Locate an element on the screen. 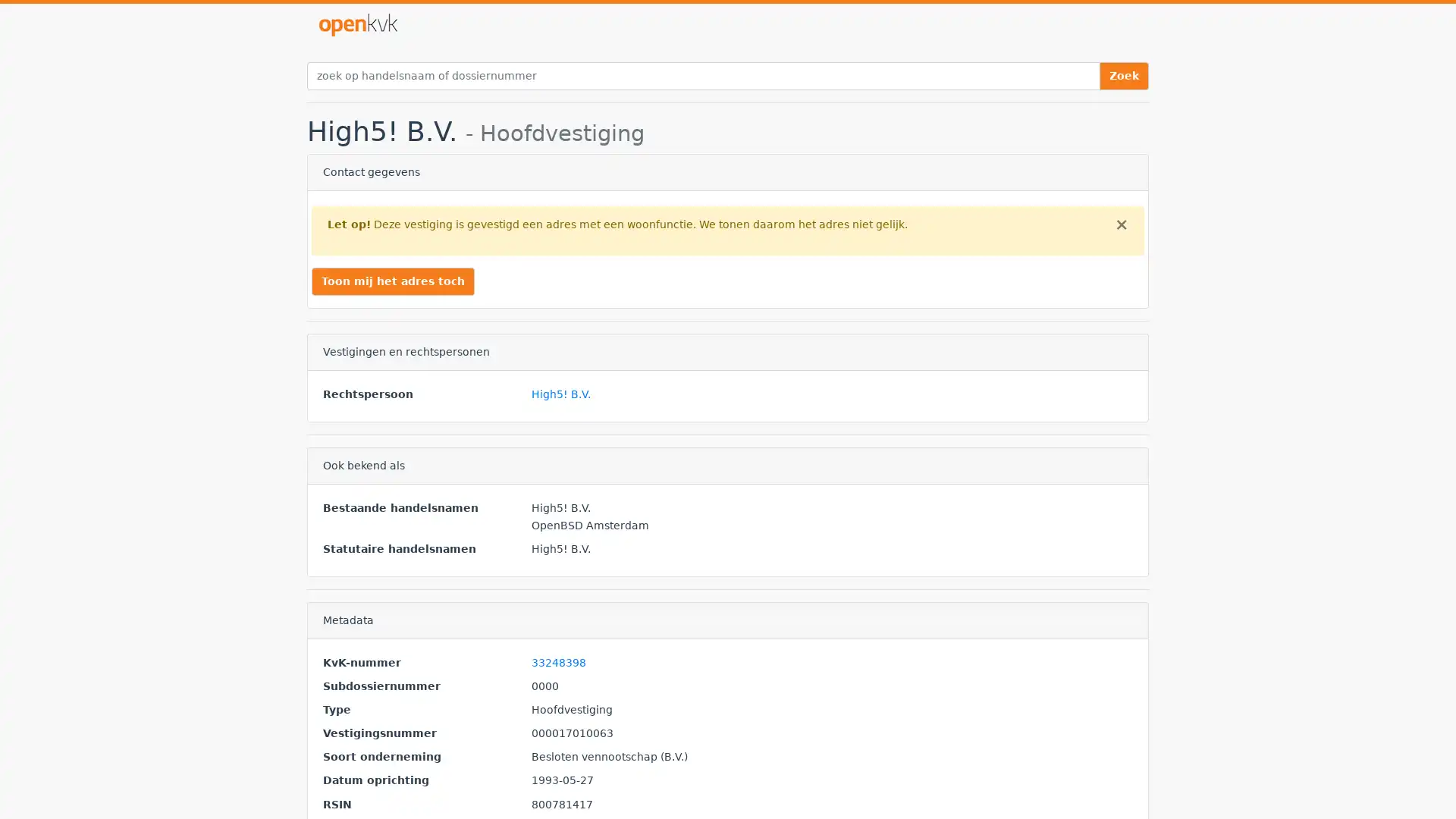  Toon mij het adres toch is located at coordinates (393, 281).